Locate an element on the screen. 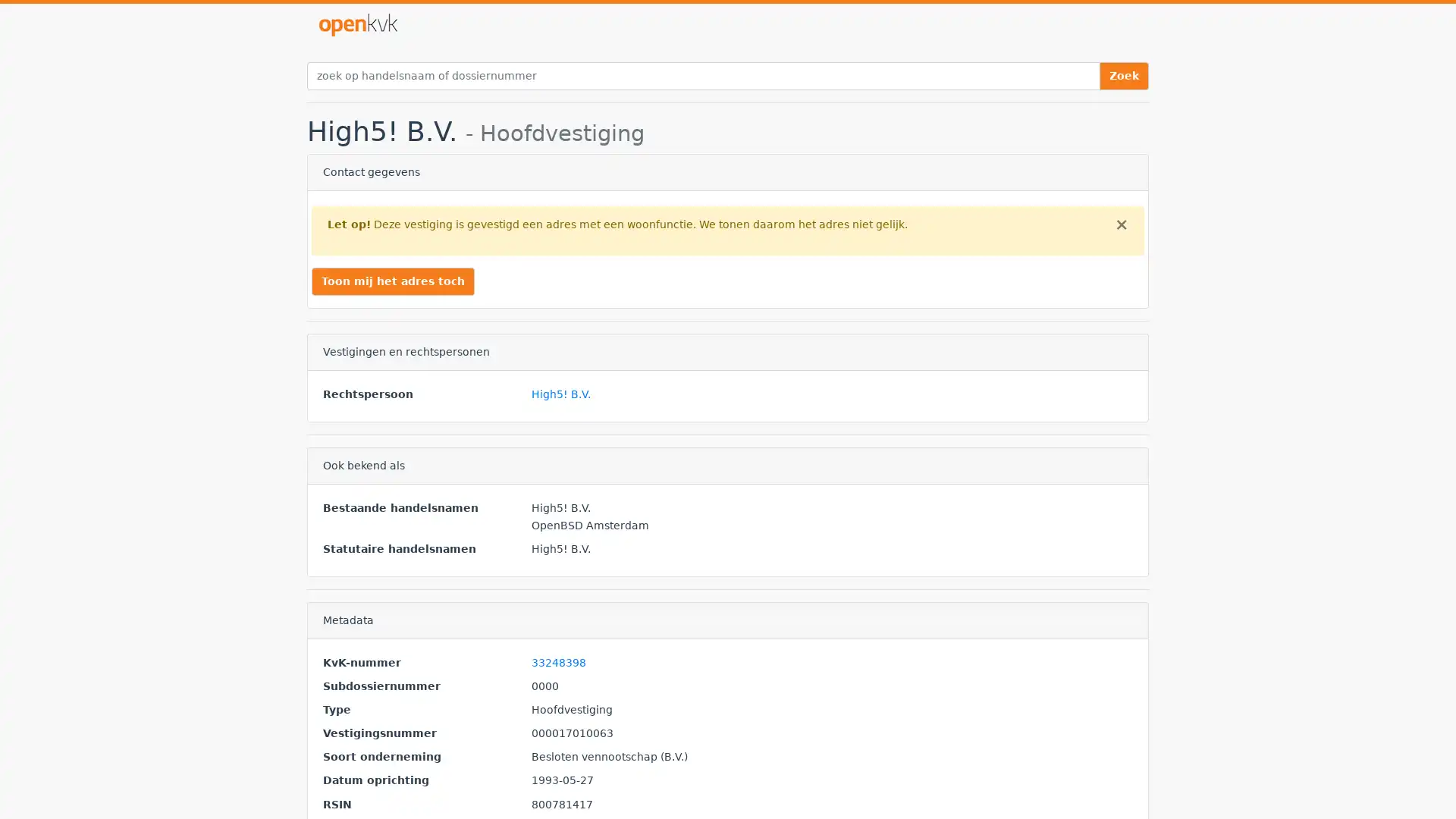  Toon mij het adres toch is located at coordinates (393, 281).